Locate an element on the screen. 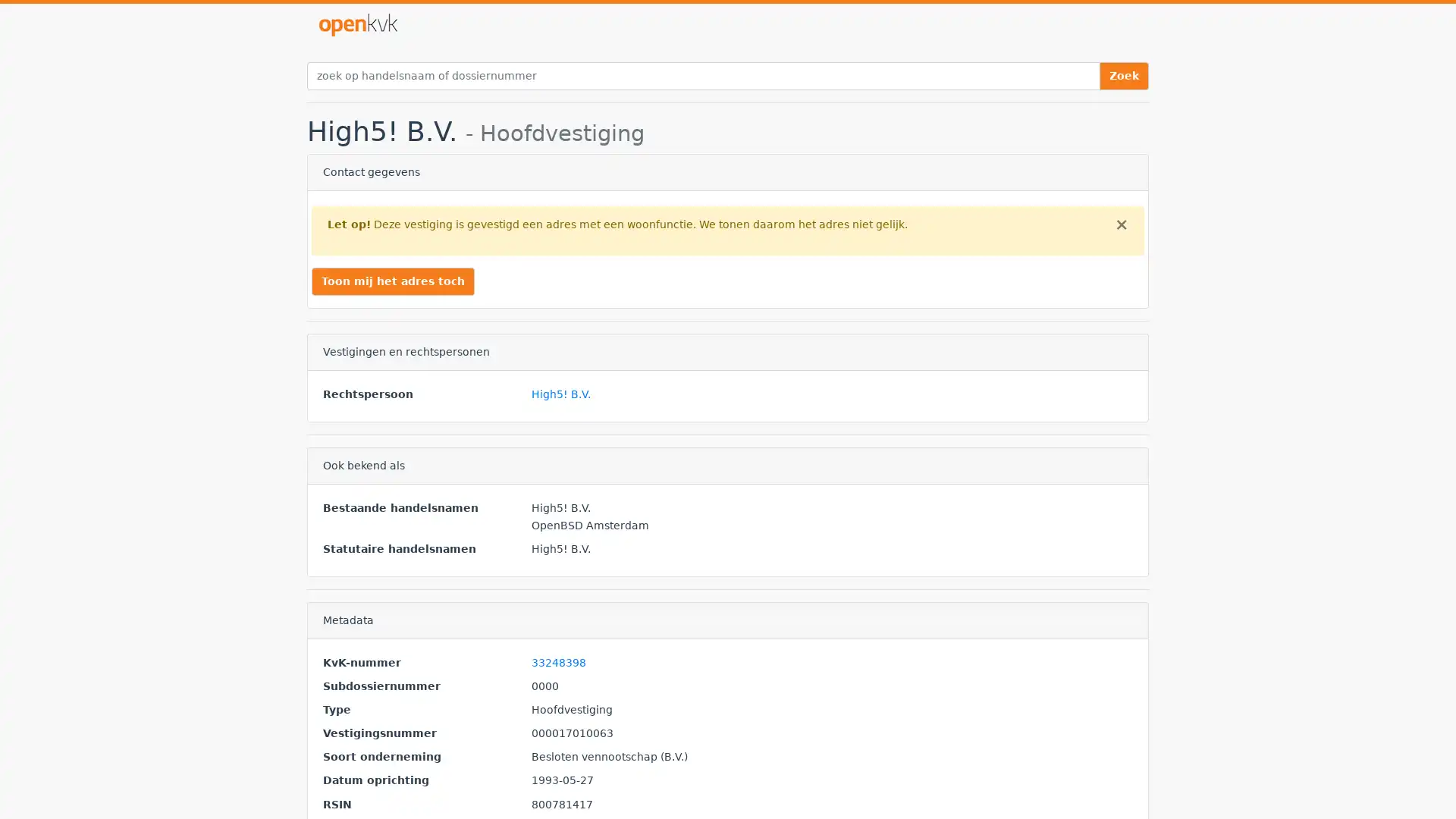  Toon mij het adres toch is located at coordinates (393, 281).